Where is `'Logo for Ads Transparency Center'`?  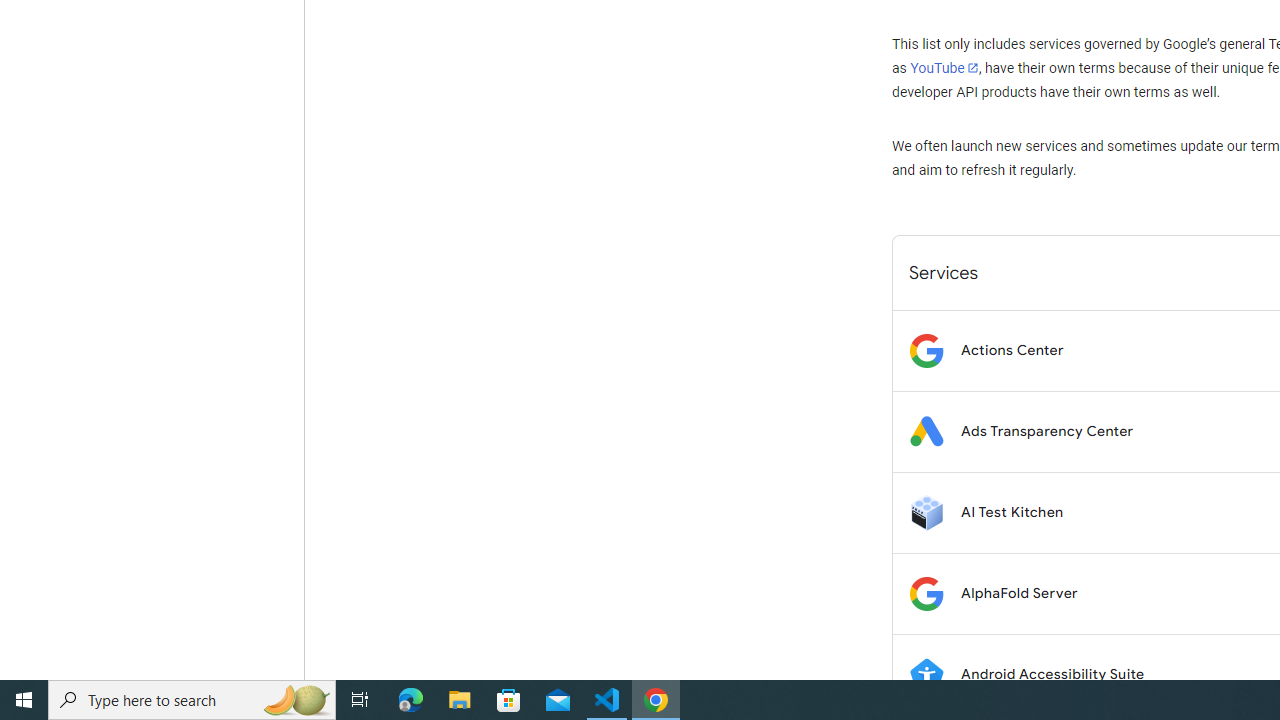 'Logo for Ads Transparency Center' is located at coordinates (925, 430).